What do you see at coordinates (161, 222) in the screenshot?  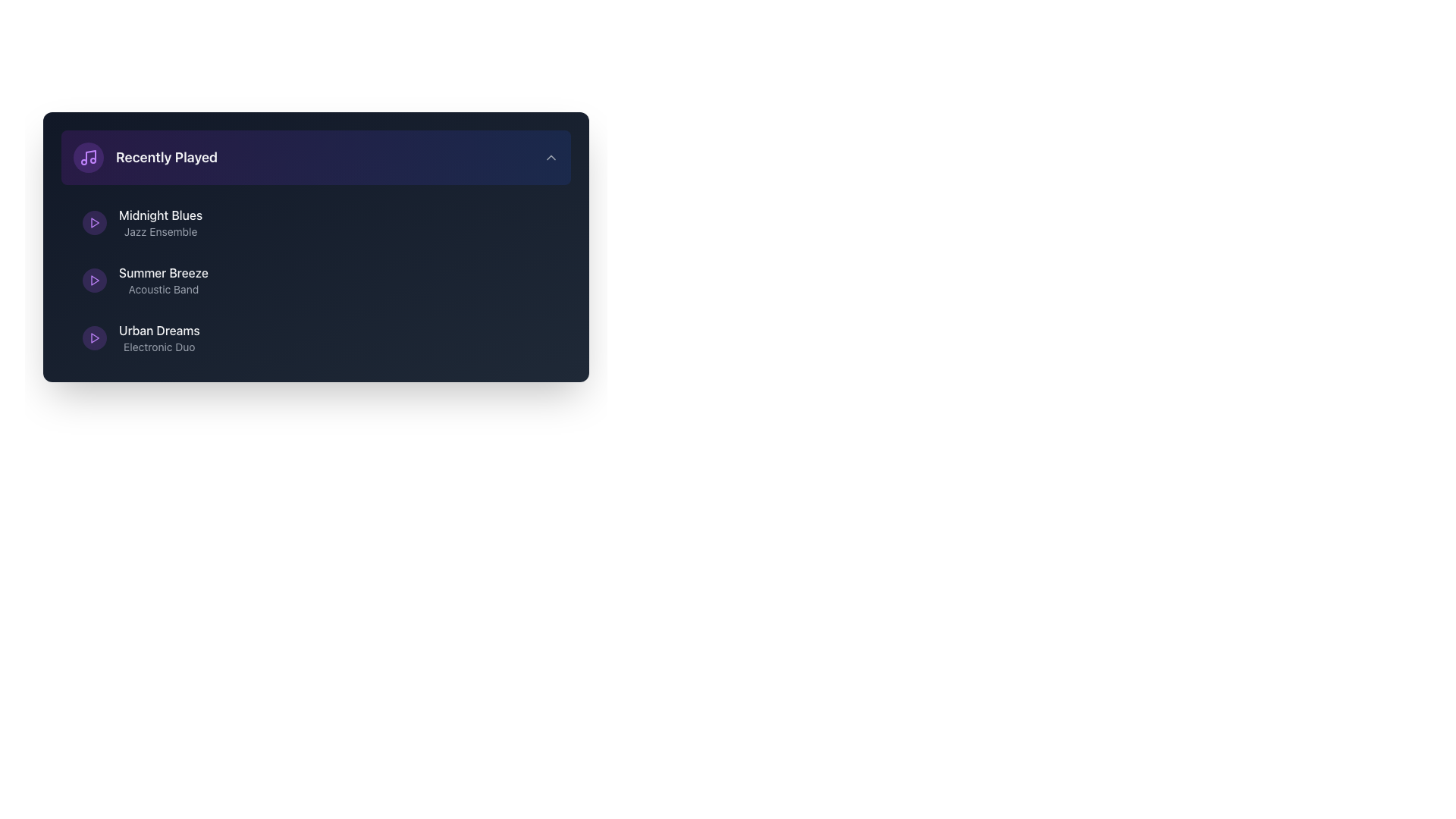 I see `the text label displaying 'Midnight Blues' and 'Jazz Ensemble' if accessible navigation is supported` at bounding box center [161, 222].